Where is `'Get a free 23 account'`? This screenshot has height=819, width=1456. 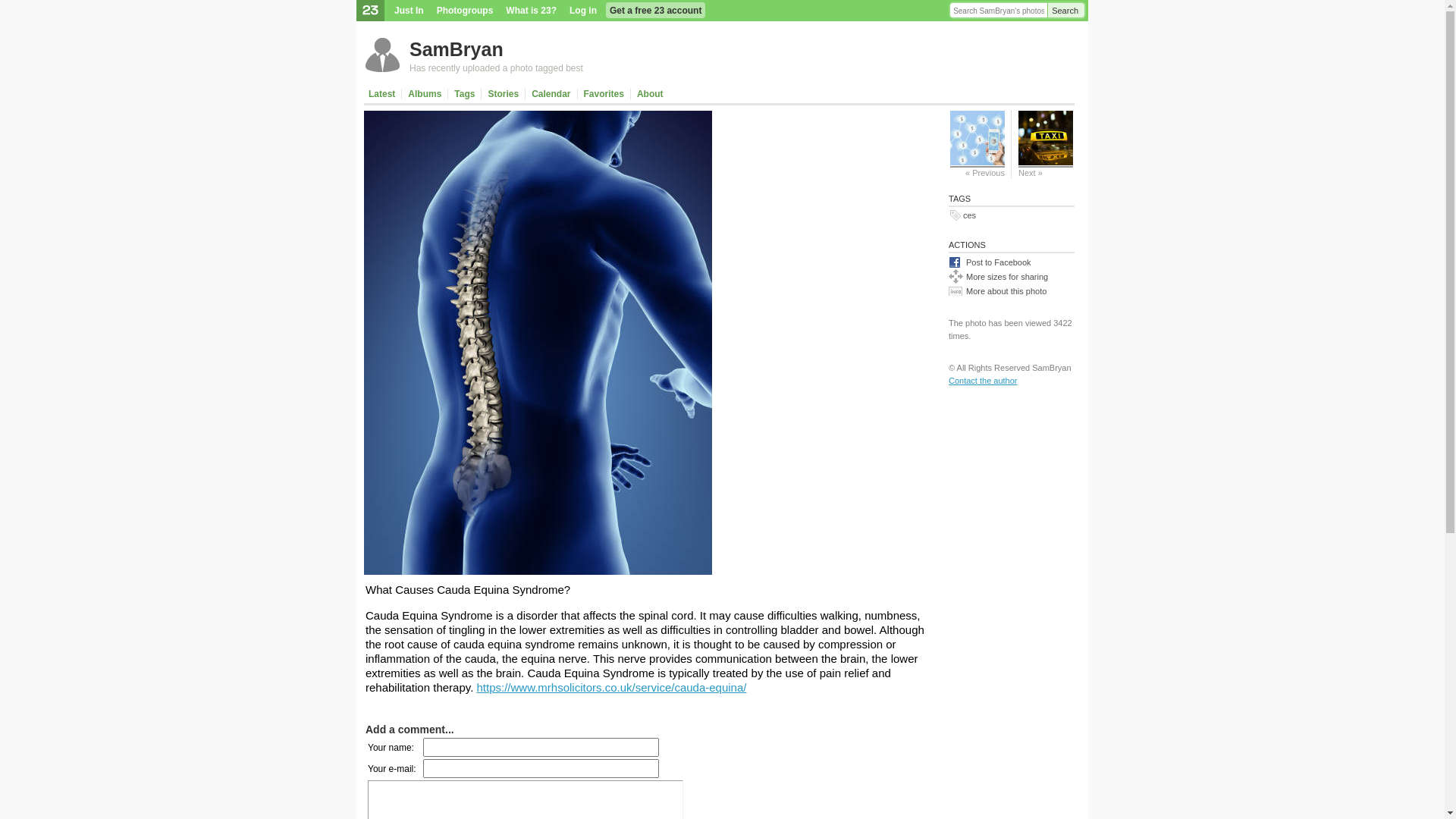
'Get a free 23 account' is located at coordinates (655, 11).